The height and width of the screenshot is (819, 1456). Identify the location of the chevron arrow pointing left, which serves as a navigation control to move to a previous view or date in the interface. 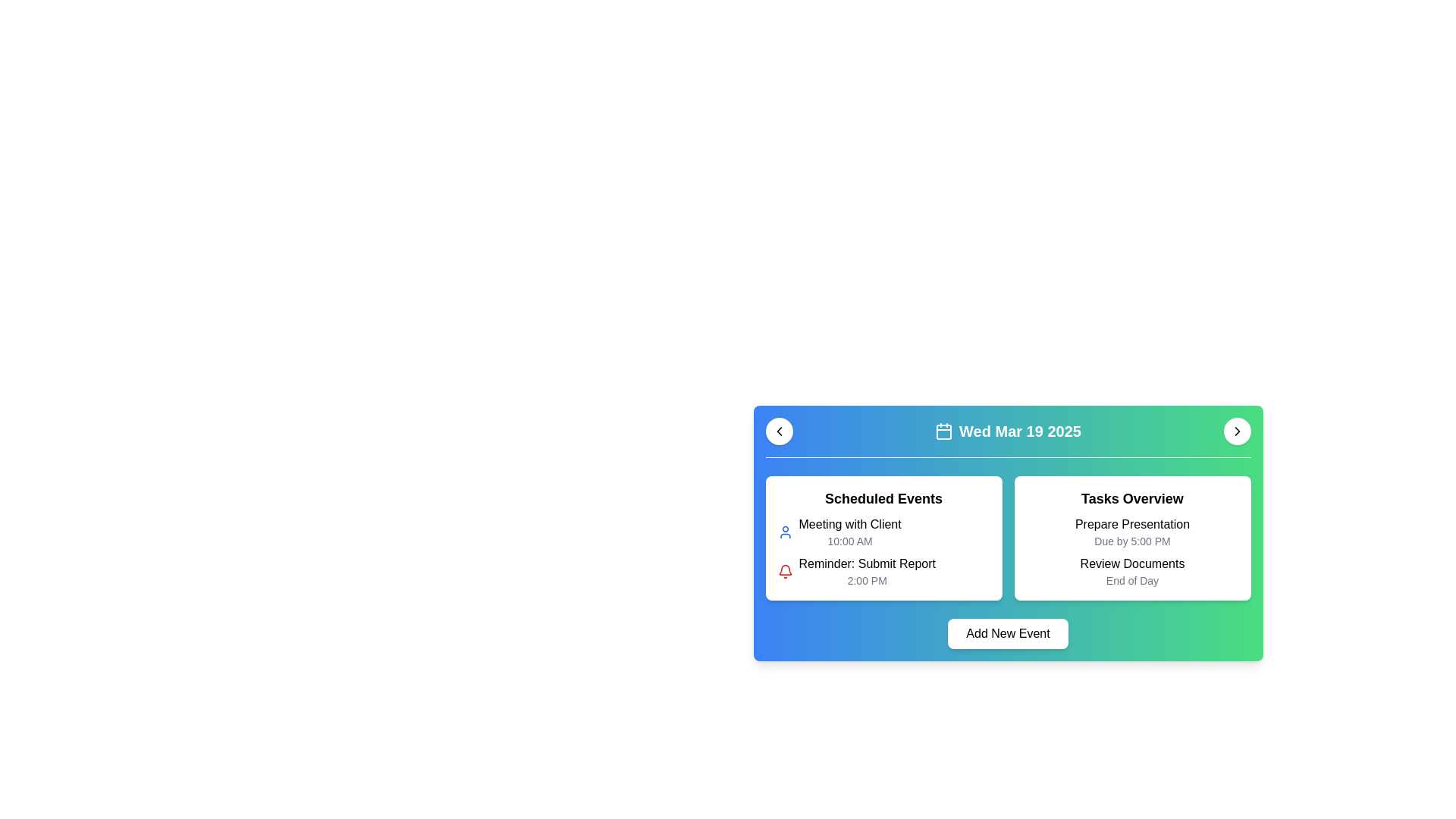
(779, 431).